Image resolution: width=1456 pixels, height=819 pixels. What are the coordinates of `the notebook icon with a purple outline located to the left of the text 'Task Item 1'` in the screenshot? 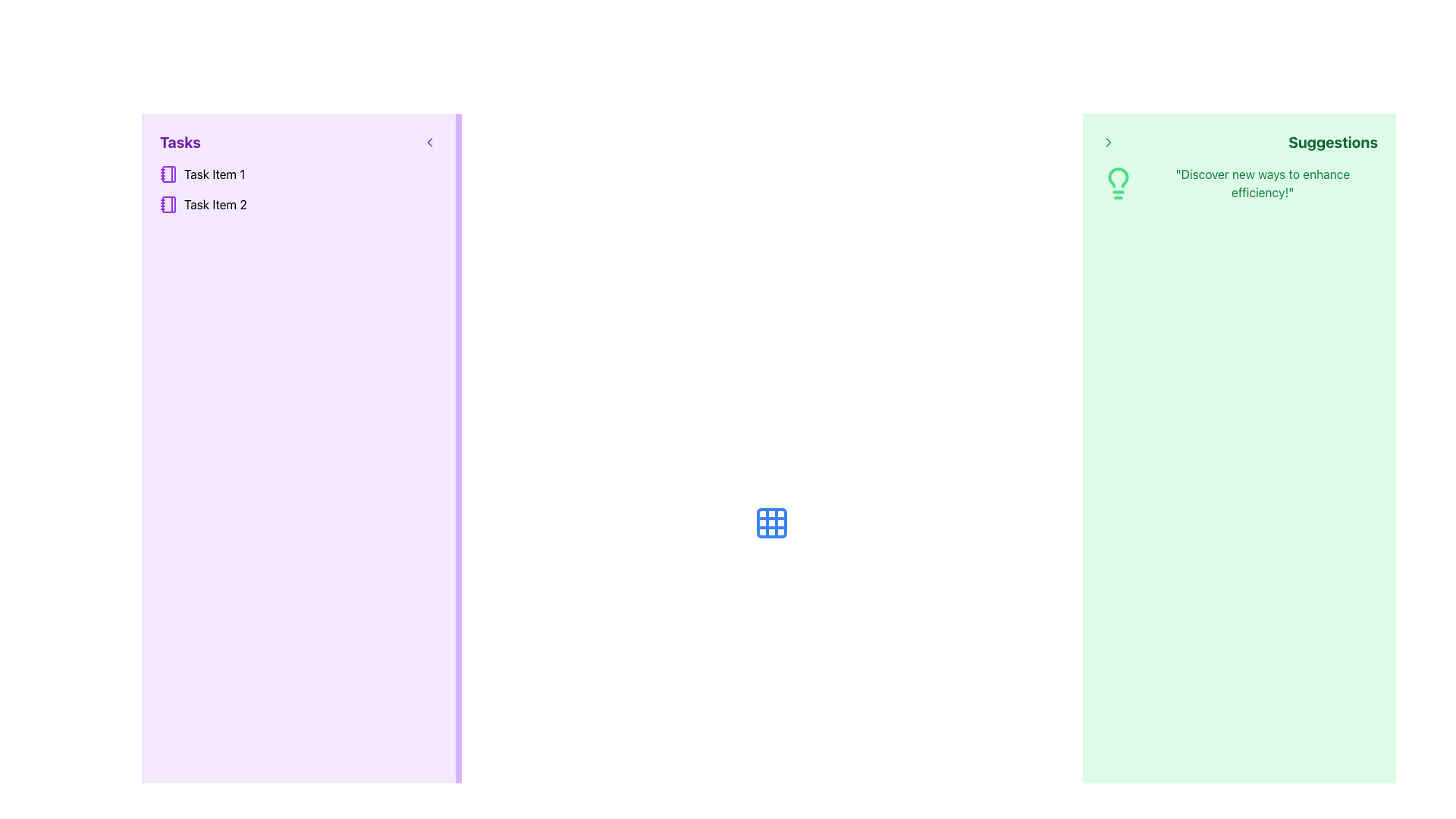 It's located at (168, 174).